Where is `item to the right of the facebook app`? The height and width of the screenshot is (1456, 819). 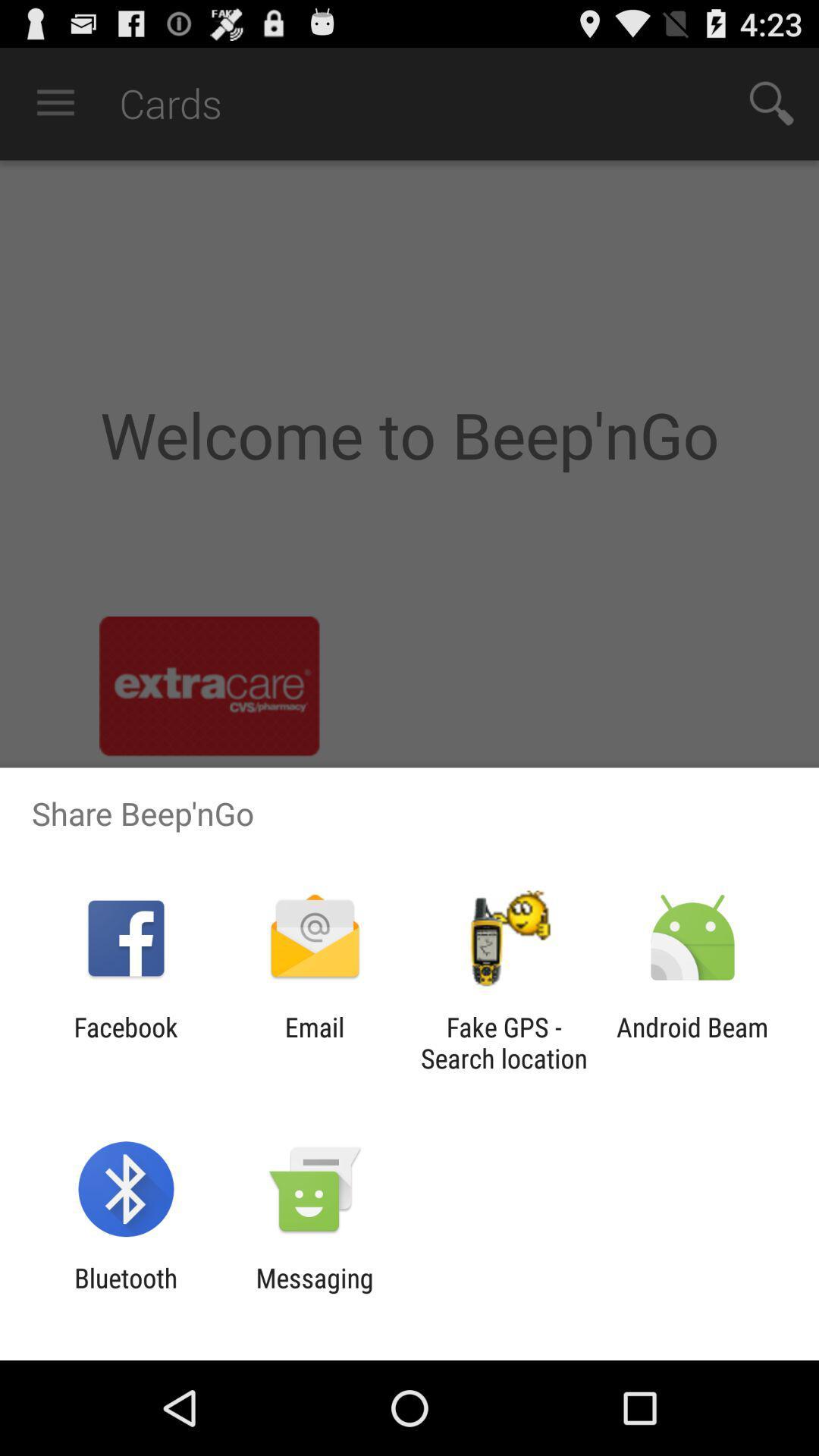 item to the right of the facebook app is located at coordinates (314, 1042).